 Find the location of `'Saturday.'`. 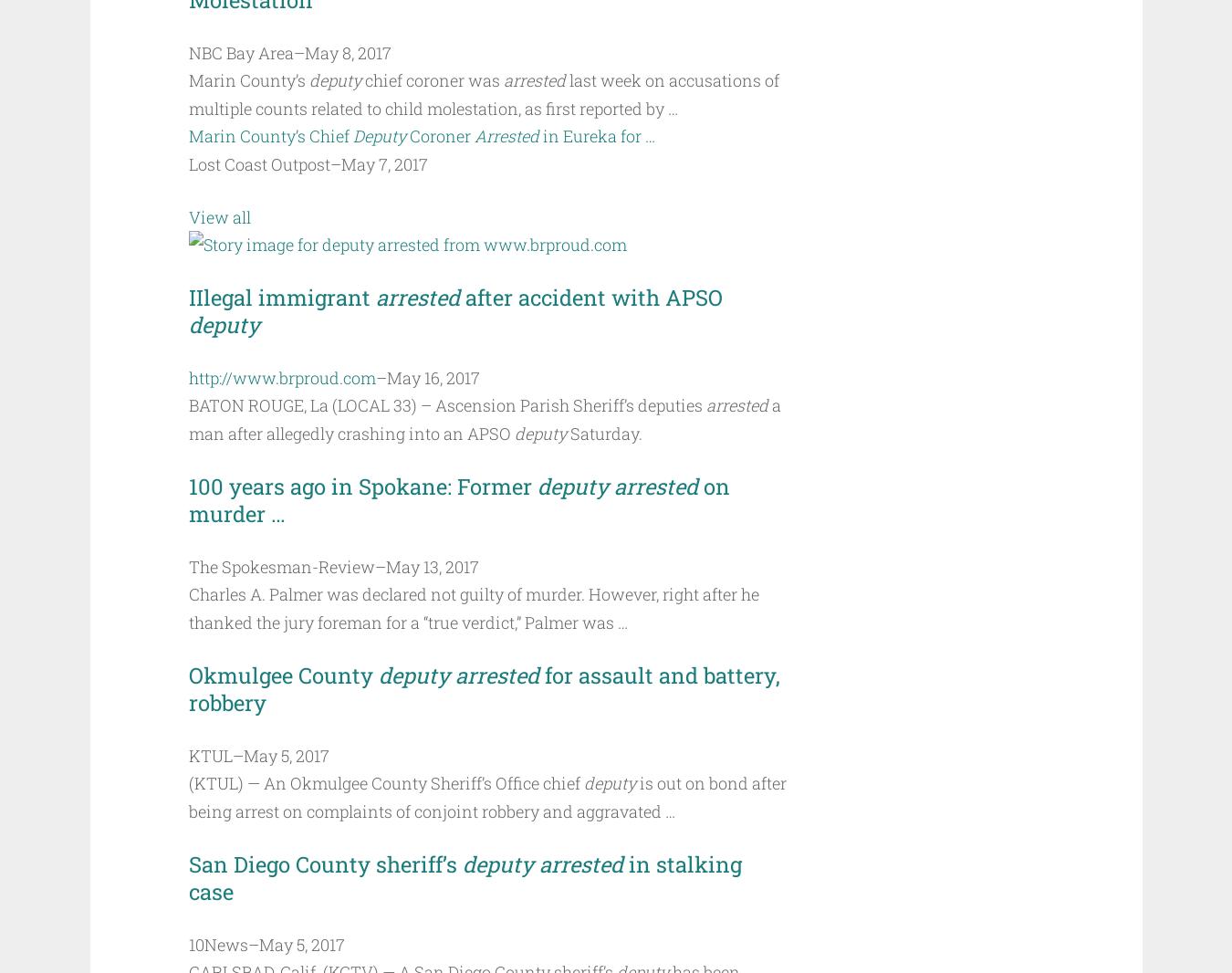

'Saturday.' is located at coordinates (603, 434).